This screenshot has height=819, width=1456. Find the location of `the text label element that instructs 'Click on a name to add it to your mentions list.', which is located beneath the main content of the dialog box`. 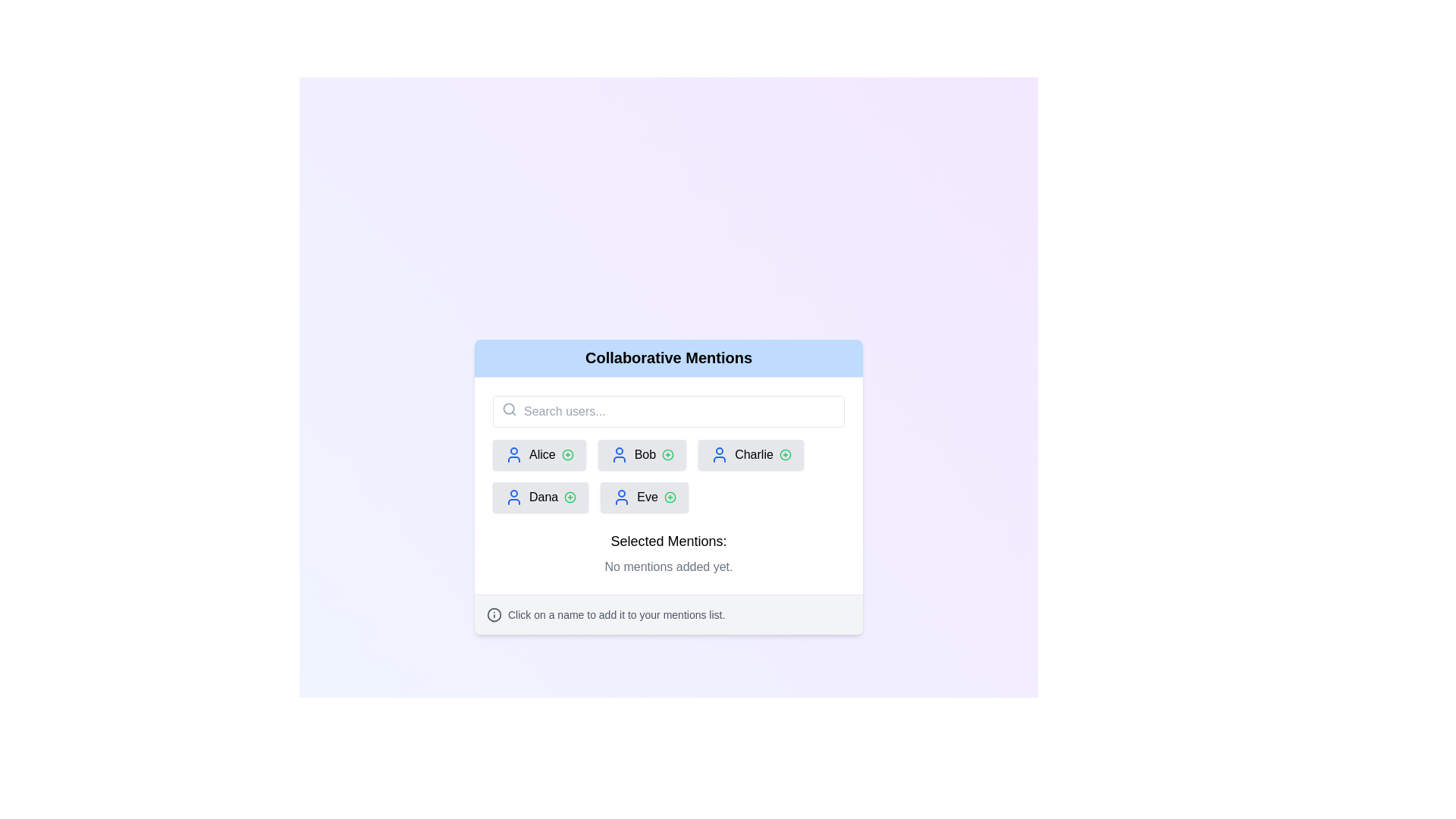

the text label element that instructs 'Click on a name to add it to your mentions list.', which is located beneath the main content of the dialog box is located at coordinates (617, 614).